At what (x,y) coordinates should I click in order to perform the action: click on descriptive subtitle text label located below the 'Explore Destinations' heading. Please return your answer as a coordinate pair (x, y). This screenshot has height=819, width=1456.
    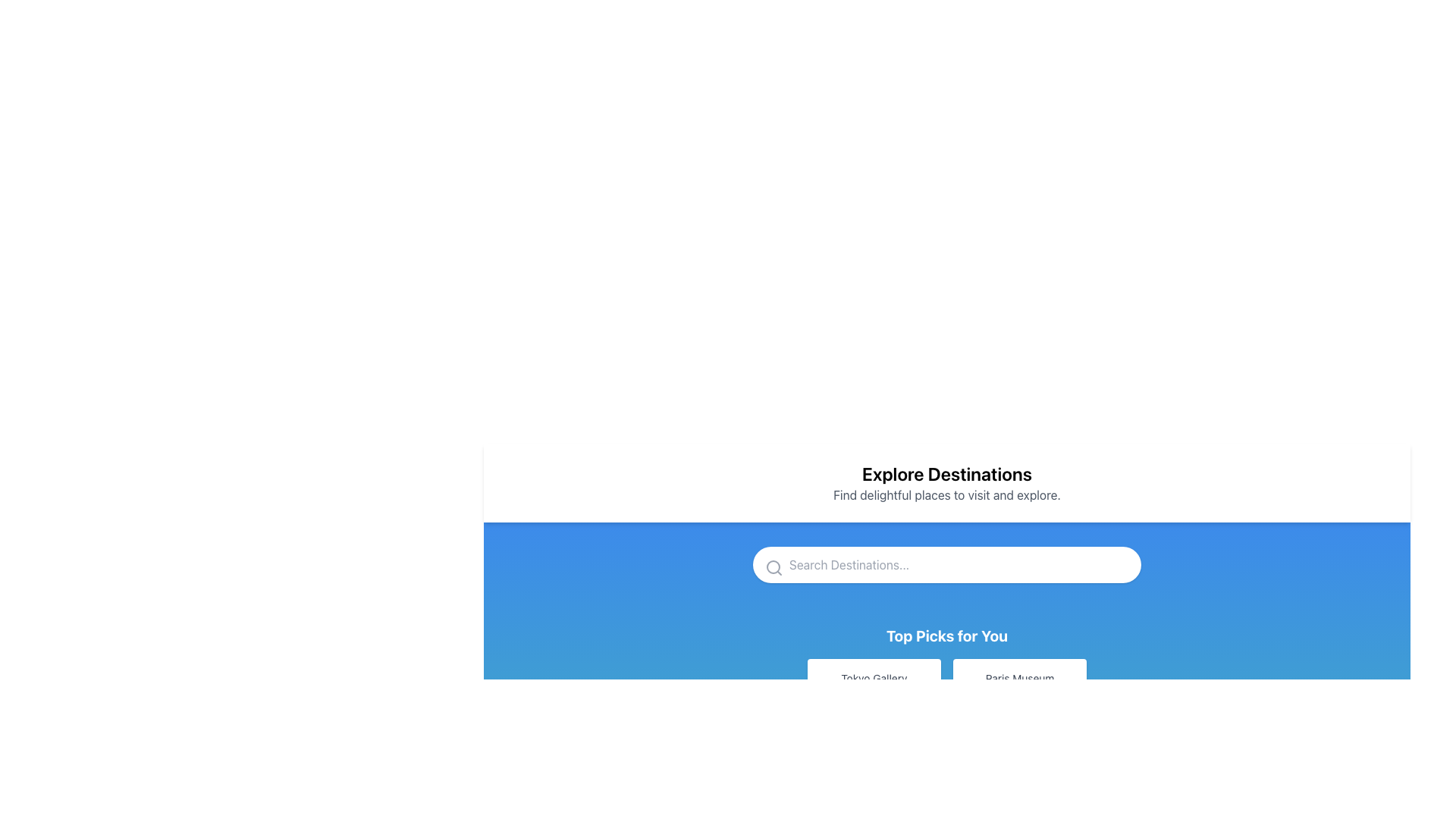
    Looking at the image, I should click on (946, 494).